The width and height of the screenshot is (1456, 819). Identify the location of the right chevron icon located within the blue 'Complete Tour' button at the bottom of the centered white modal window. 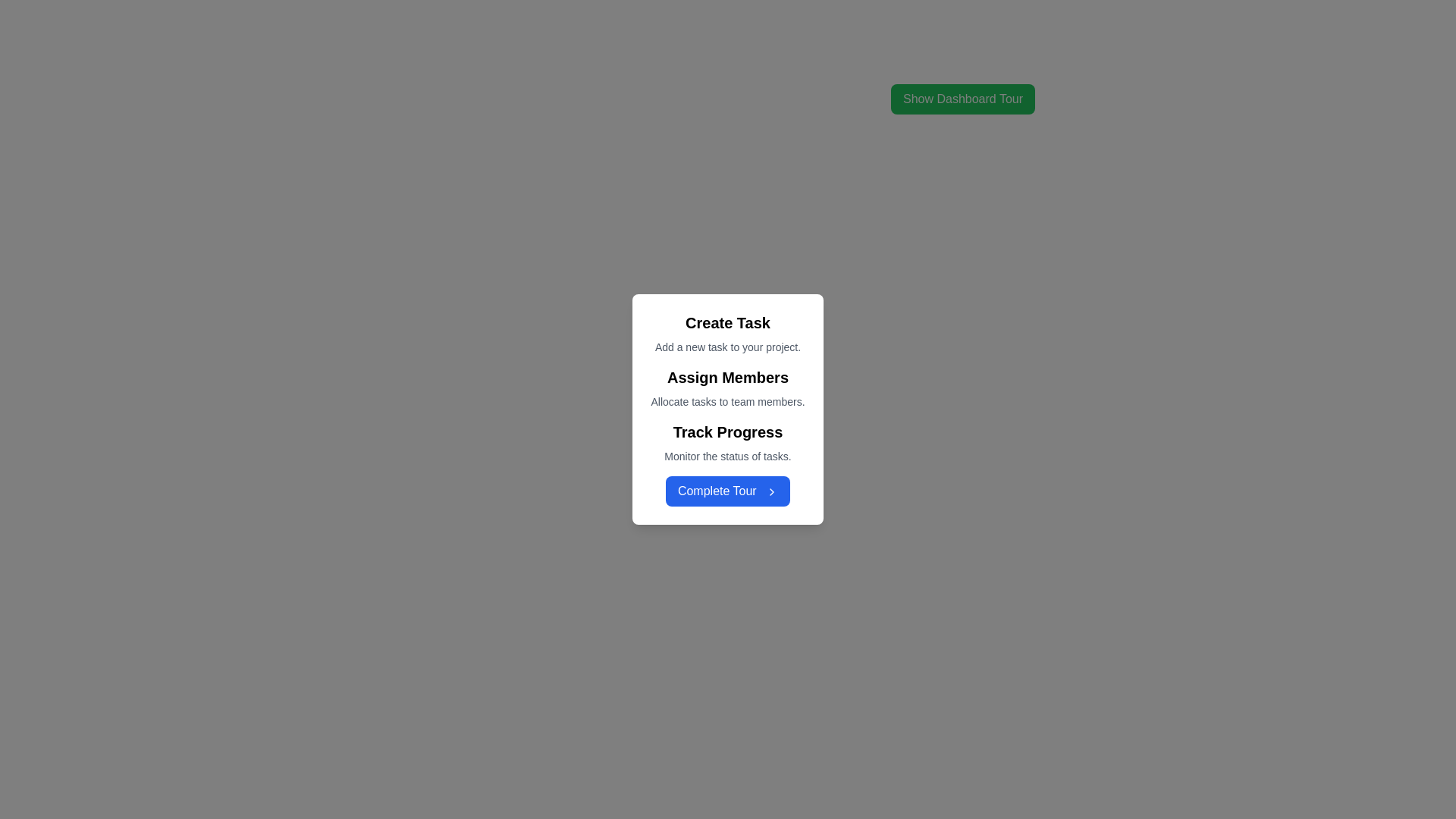
(772, 491).